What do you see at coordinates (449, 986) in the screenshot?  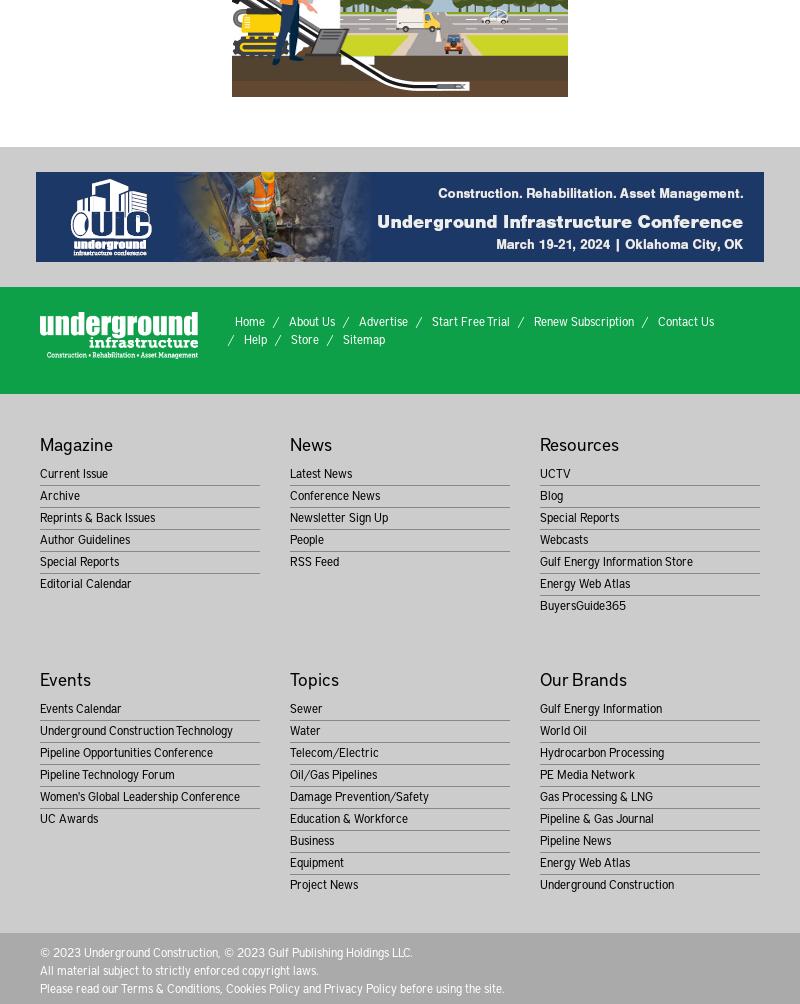 I see `'before using the site.'` at bounding box center [449, 986].